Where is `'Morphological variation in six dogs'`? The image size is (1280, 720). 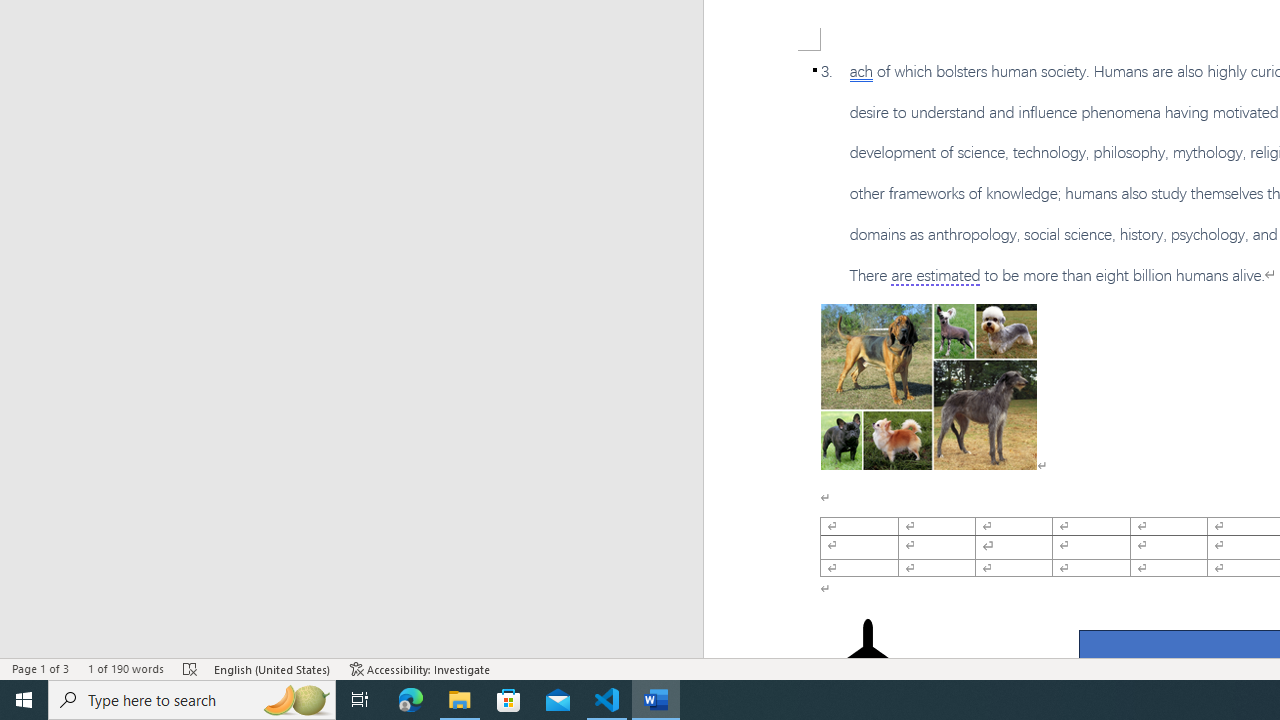 'Morphological variation in six dogs' is located at coordinates (927, 387).